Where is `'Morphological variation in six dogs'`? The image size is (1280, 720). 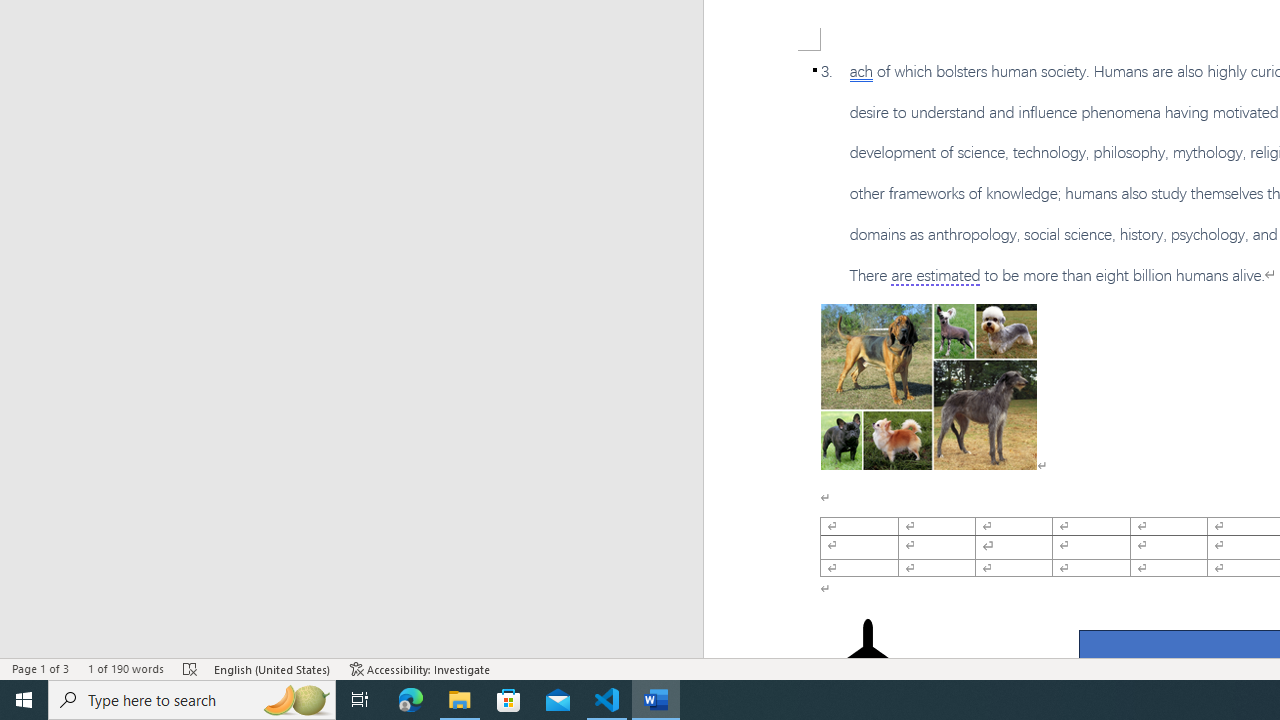 'Morphological variation in six dogs' is located at coordinates (927, 387).